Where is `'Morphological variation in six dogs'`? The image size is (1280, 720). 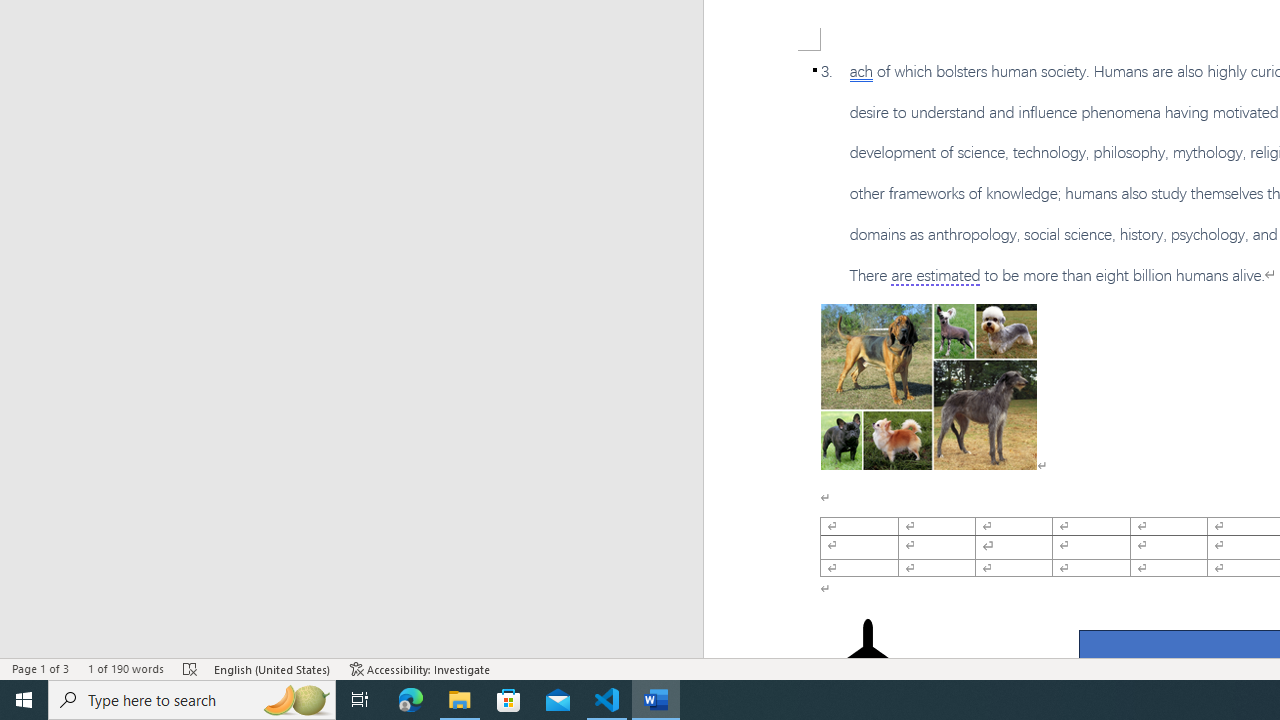 'Morphological variation in six dogs' is located at coordinates (927, 387).